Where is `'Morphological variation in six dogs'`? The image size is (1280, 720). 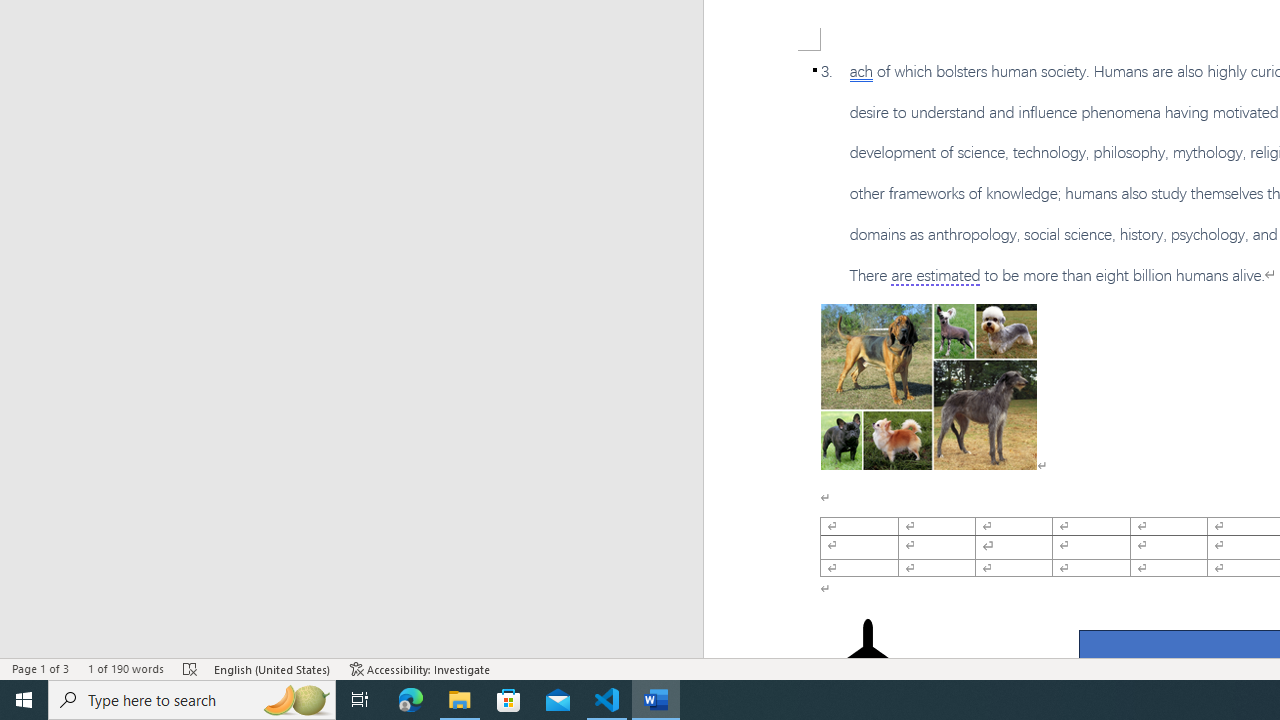 'Morphological variation in six dogs' is located at coordinates (927, 387).